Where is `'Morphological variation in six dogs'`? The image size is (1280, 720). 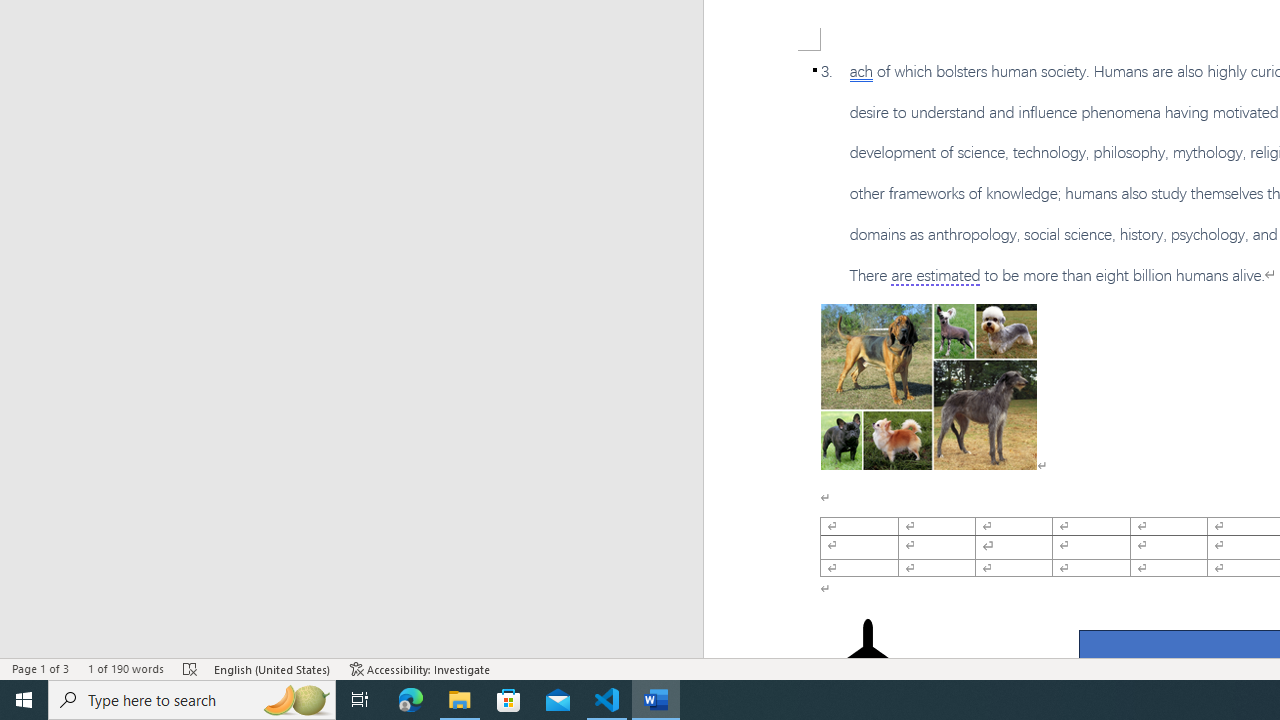 'Morphological variation in six dogs' is located at coordinates (927, 387).